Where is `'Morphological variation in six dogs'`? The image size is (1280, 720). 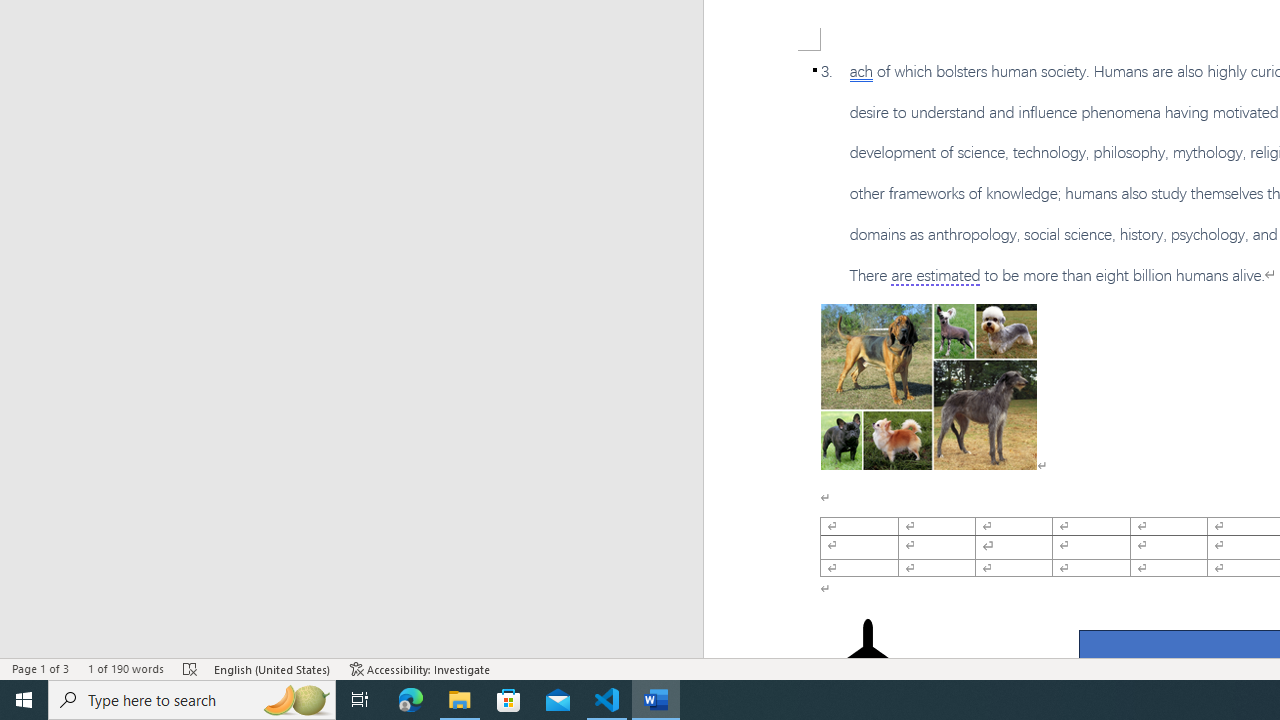 'Morphological variation in six dogs' is located at coordinates (927, 387).